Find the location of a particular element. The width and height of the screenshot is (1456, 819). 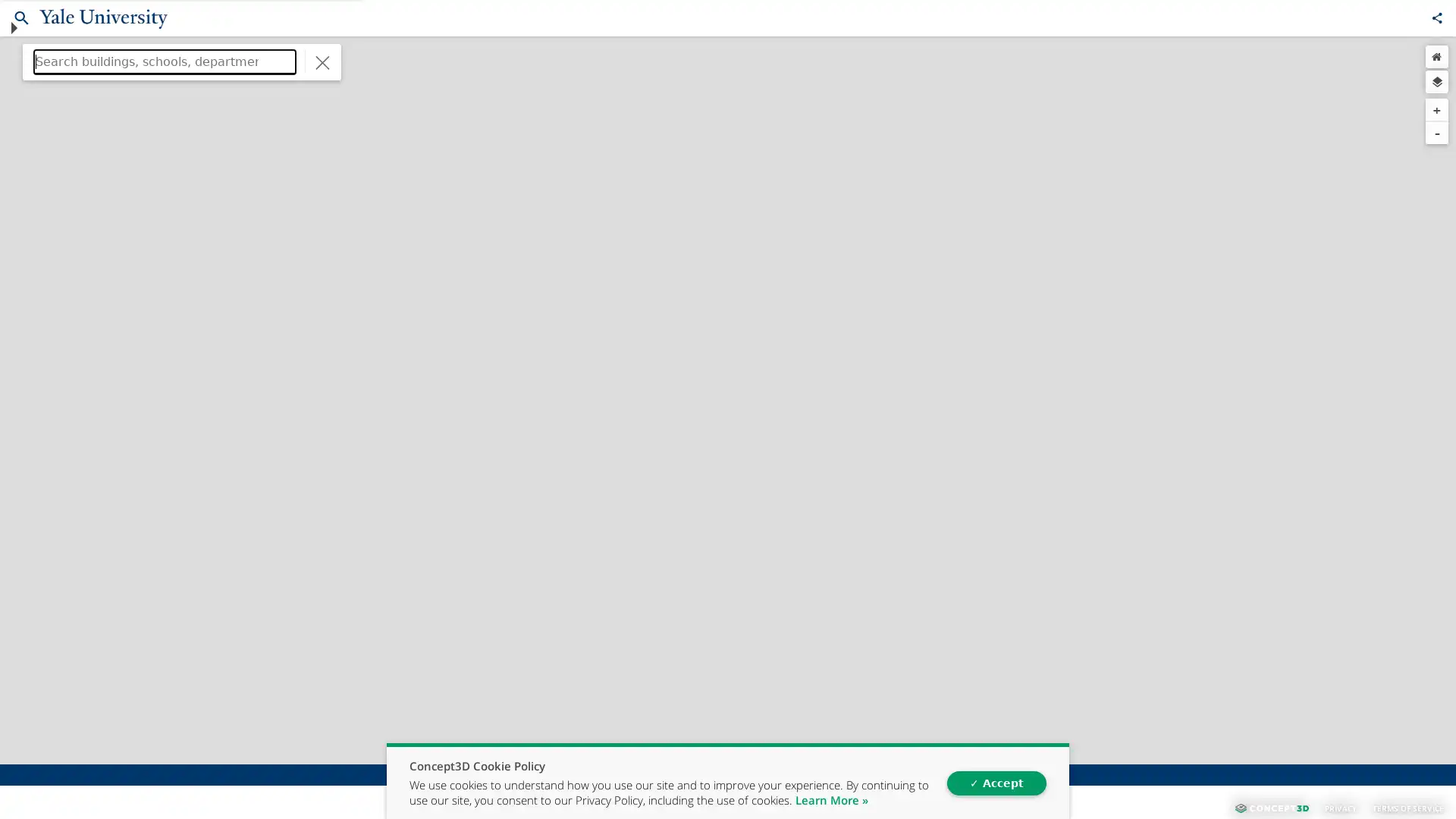

Close search is located at coordinates (322, 61).